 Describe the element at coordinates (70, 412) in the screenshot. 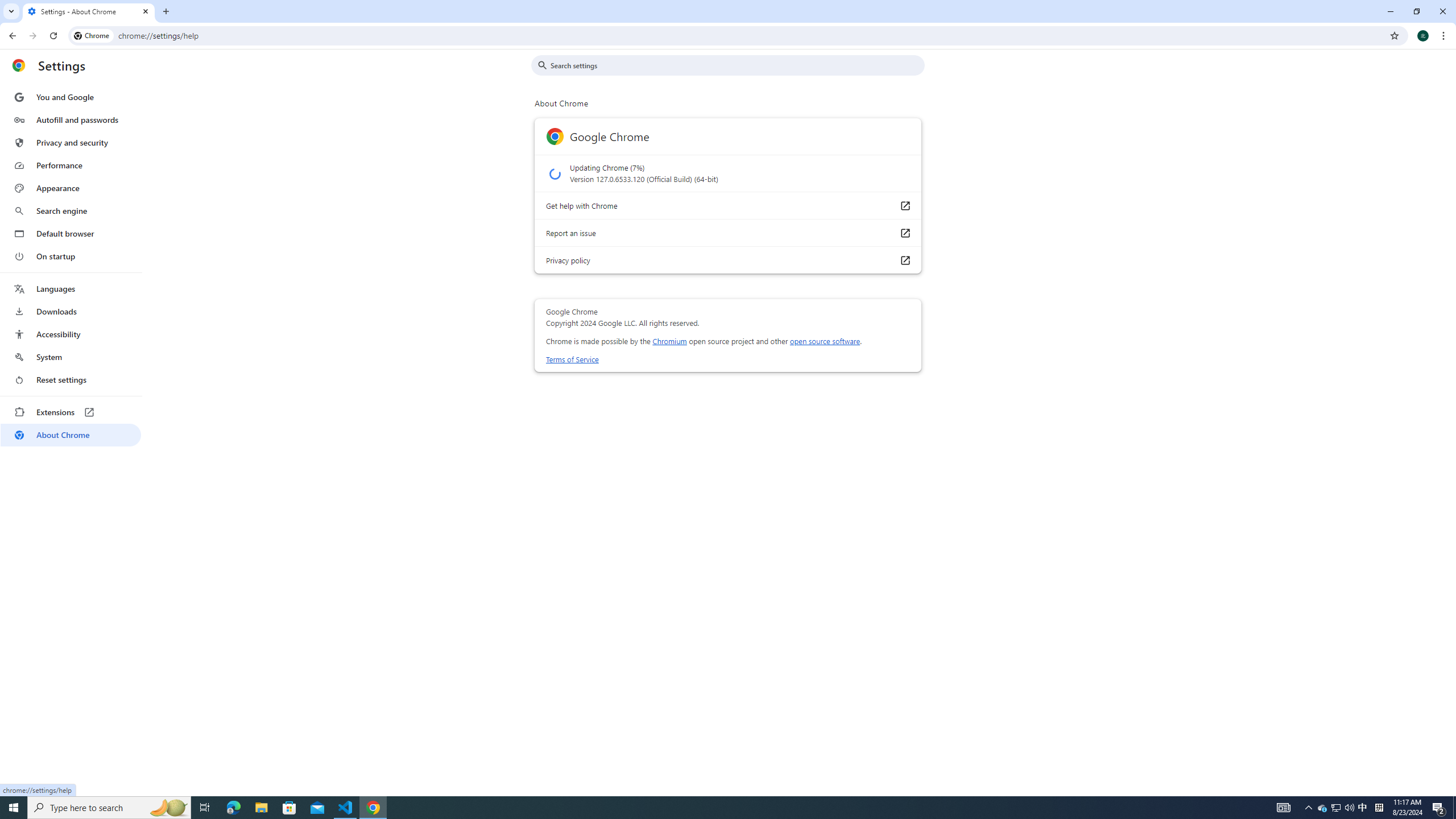

I see `'Extensions'` at that location.